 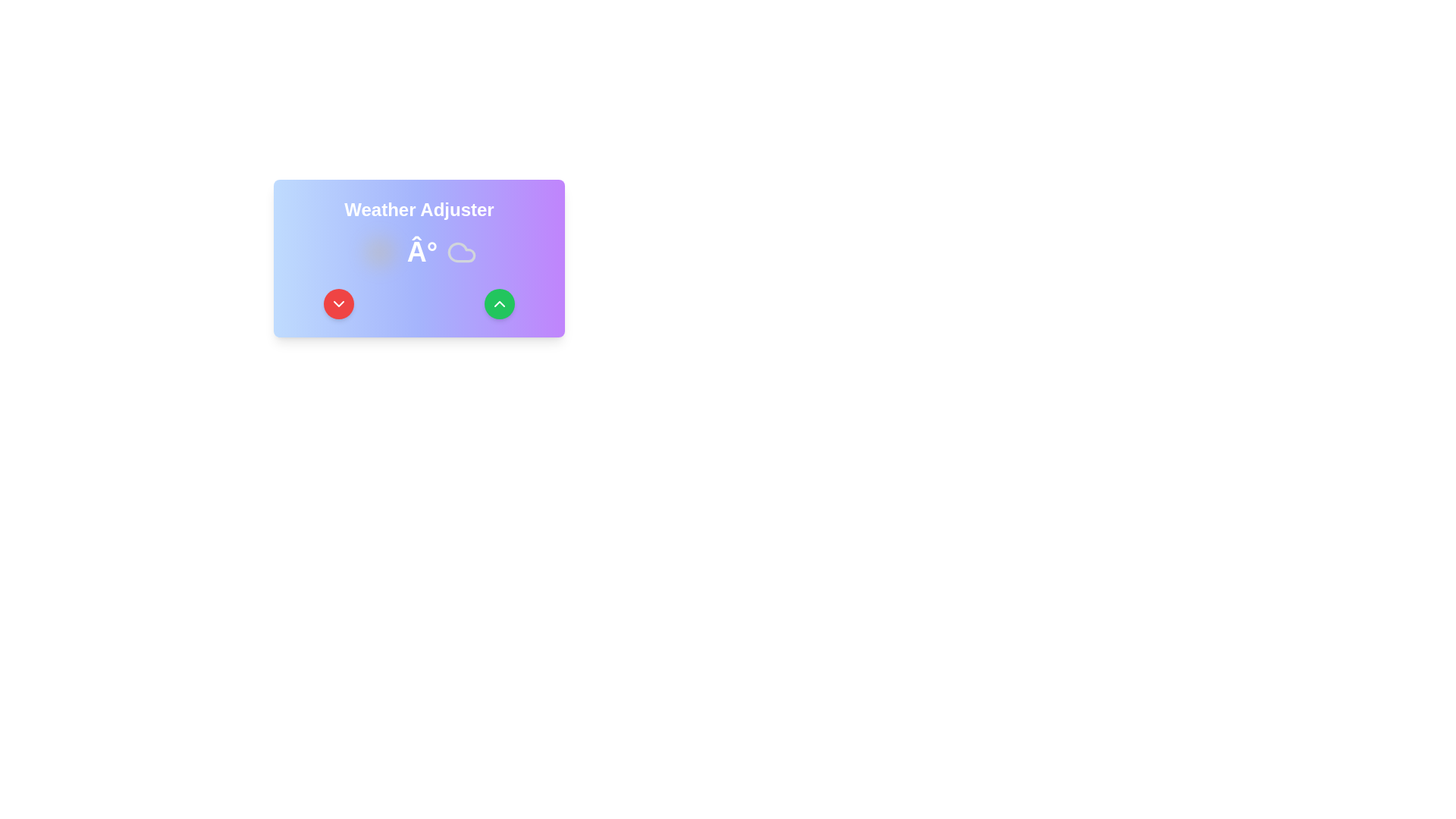 What do you see at coordinates (337, 304) in the screenshot?
I see `the small red circular button with a white downward chevron icon located at the bottom-left corner of the 'Weather Adjuster' card` at bounding box center [337, 304].